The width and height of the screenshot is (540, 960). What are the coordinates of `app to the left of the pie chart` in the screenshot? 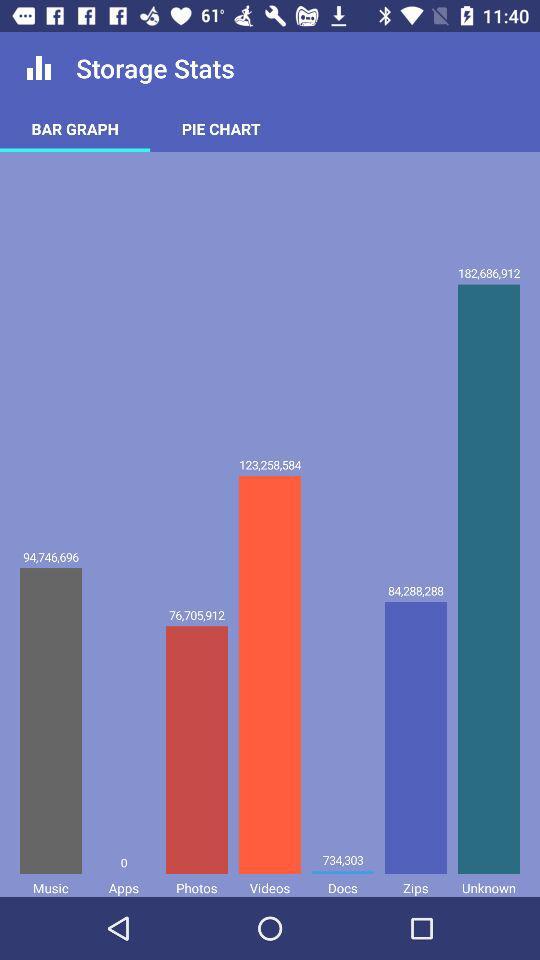 It's located at (74, 127).